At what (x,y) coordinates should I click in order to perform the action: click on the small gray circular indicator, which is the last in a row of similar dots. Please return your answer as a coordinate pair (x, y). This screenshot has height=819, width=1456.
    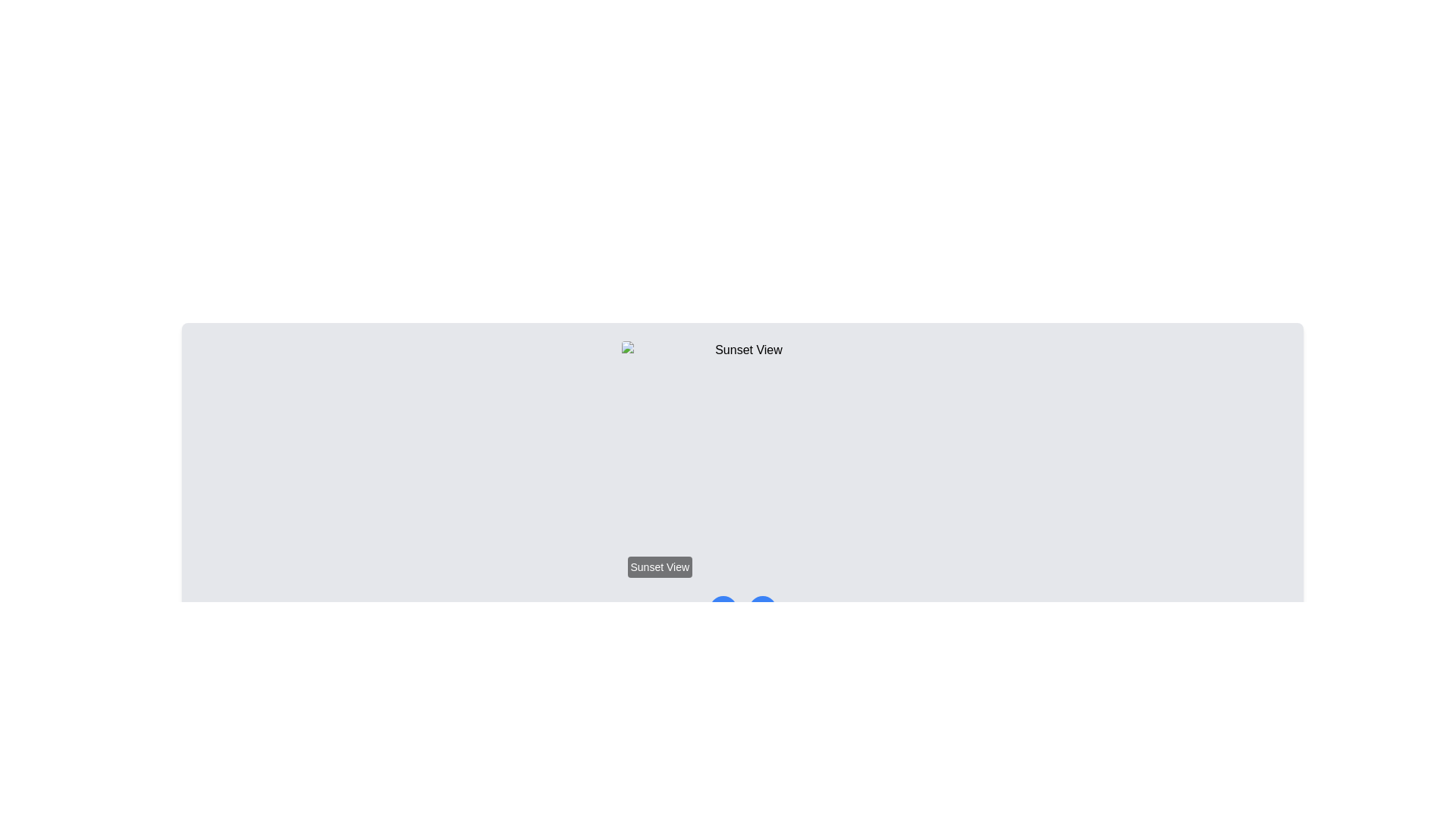
    Looking at the image, I should click on (758, 640).